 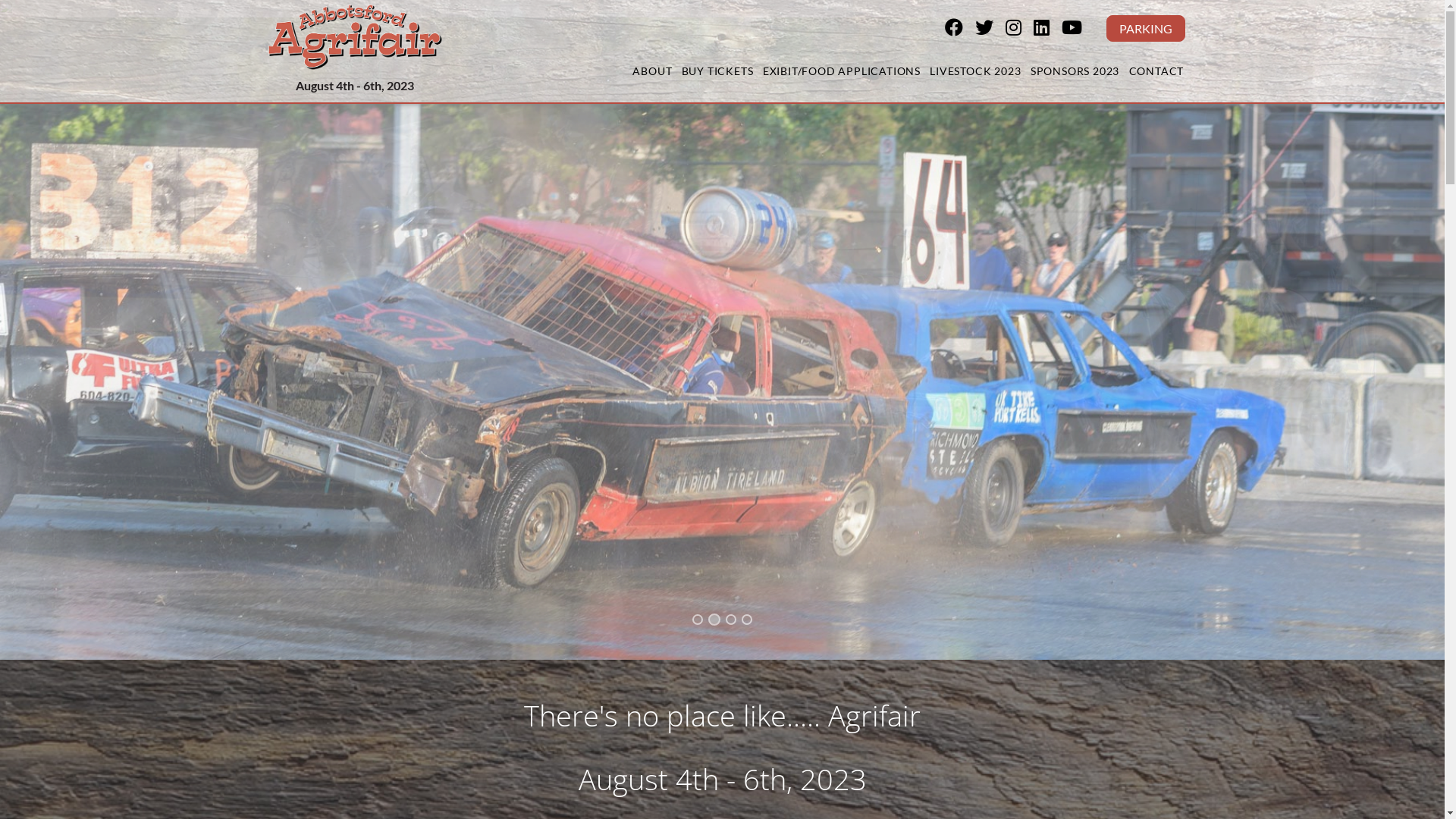 What do you see at coordinates (975, 72) in the screenshot?
I see `'LIVESTOCK 2023'` at bounding box center [975, 72].